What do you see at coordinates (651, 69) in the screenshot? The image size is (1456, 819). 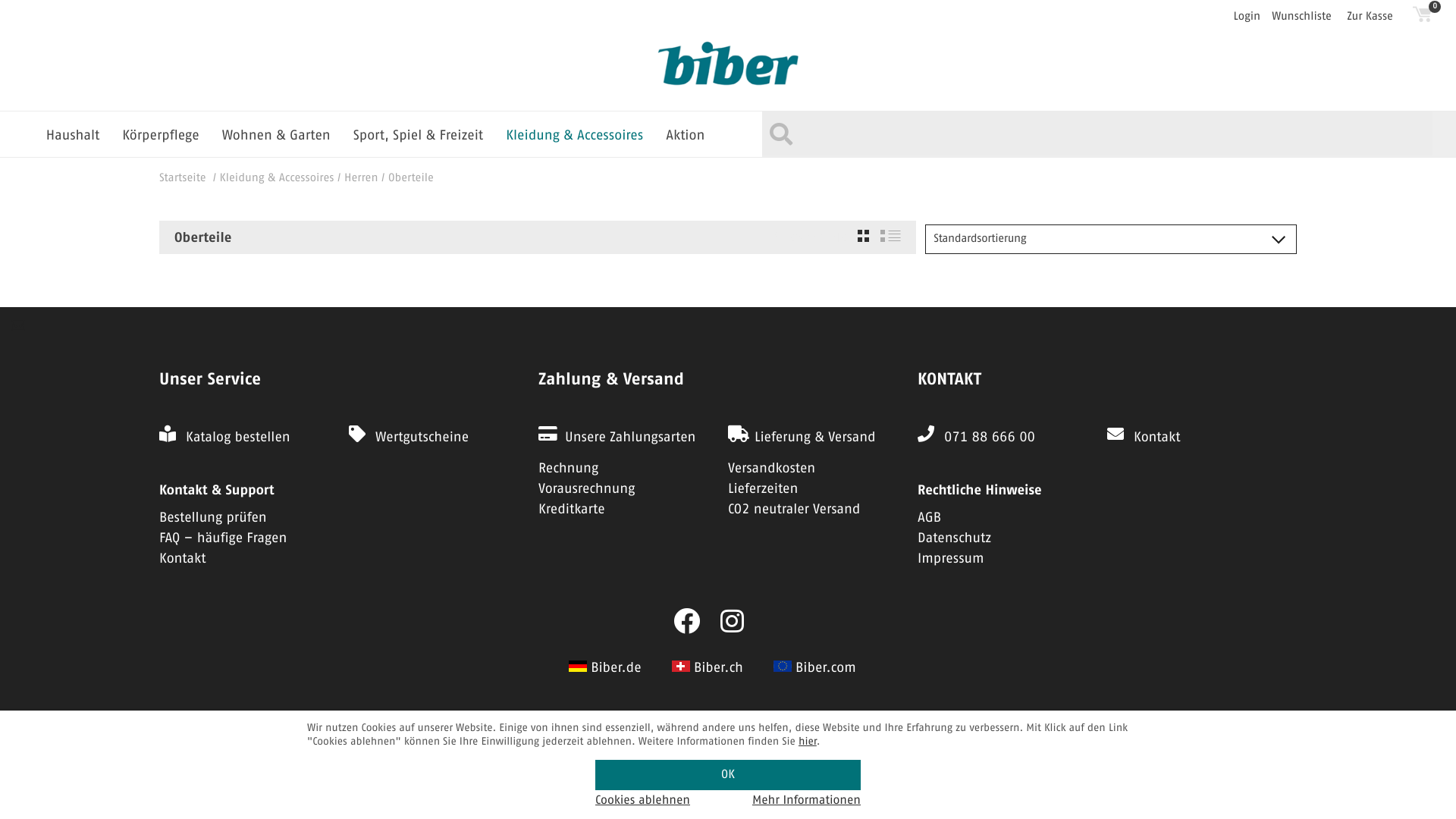 I see `'Biber Umweltprodukte Versand'` at bounding box center [651, 69].